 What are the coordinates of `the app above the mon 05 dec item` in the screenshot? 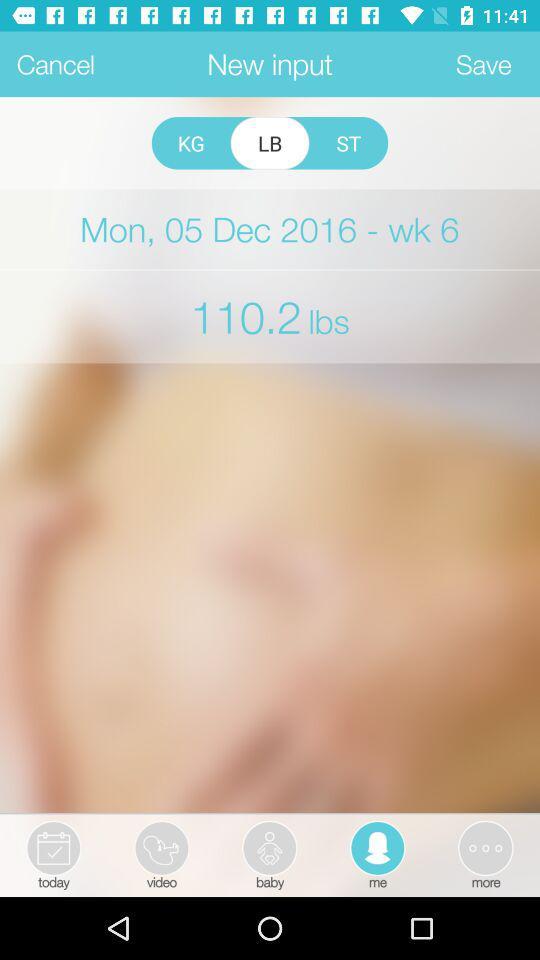 It's located at (191, 142).